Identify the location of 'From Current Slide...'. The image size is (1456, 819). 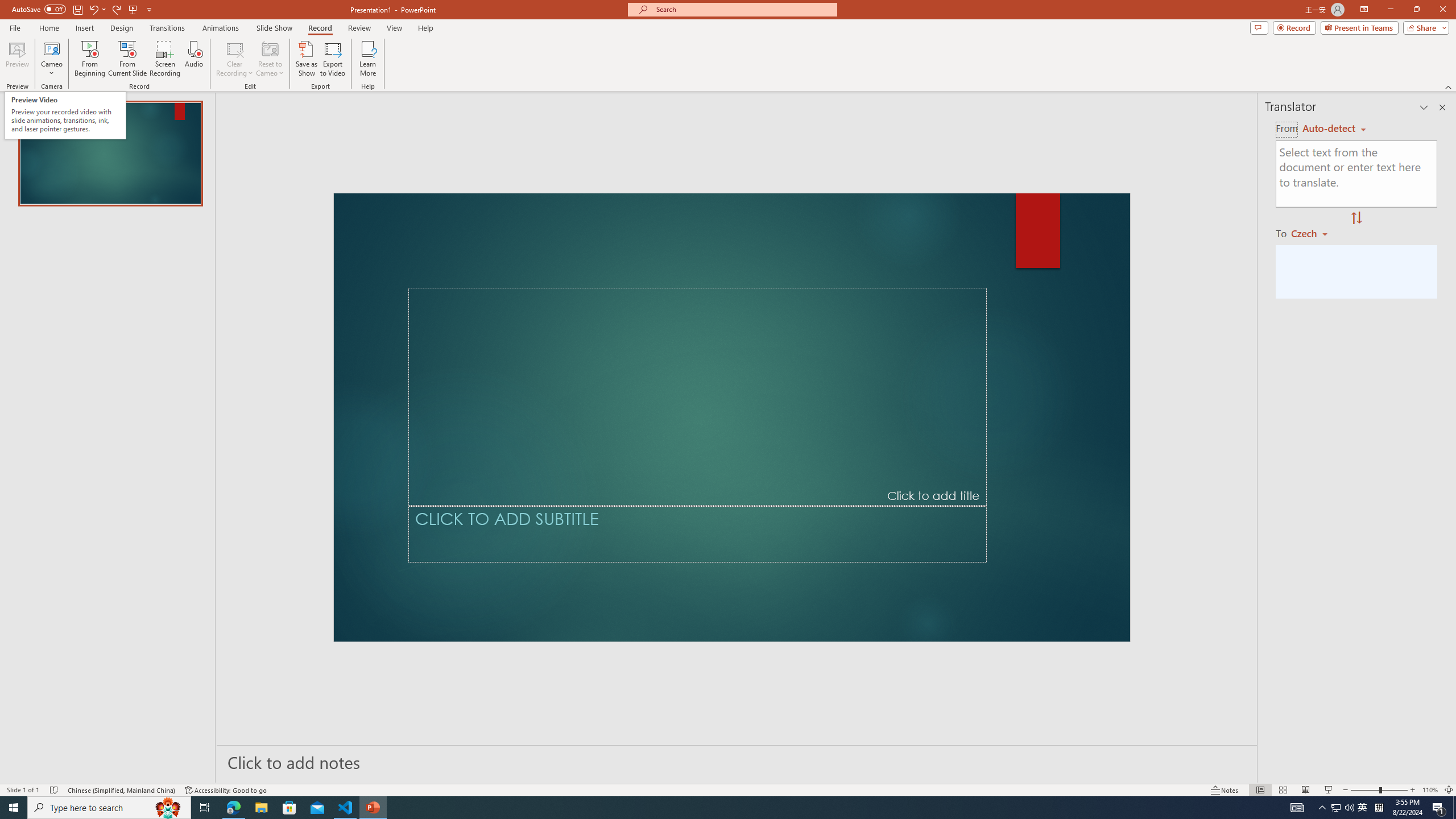
(127, 59).